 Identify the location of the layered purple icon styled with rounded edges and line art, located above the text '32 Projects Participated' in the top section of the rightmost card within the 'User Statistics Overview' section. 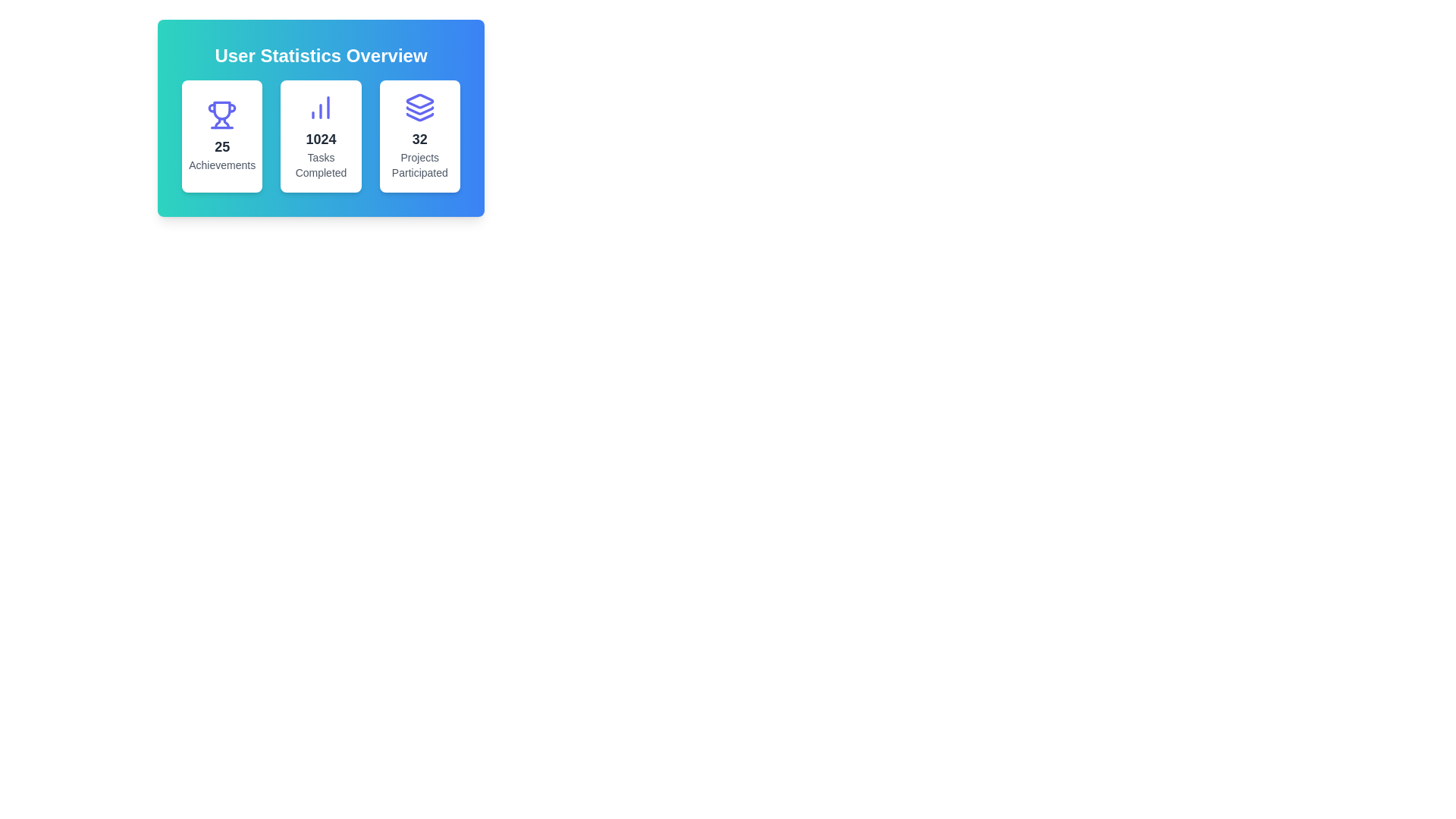
(419, 107).